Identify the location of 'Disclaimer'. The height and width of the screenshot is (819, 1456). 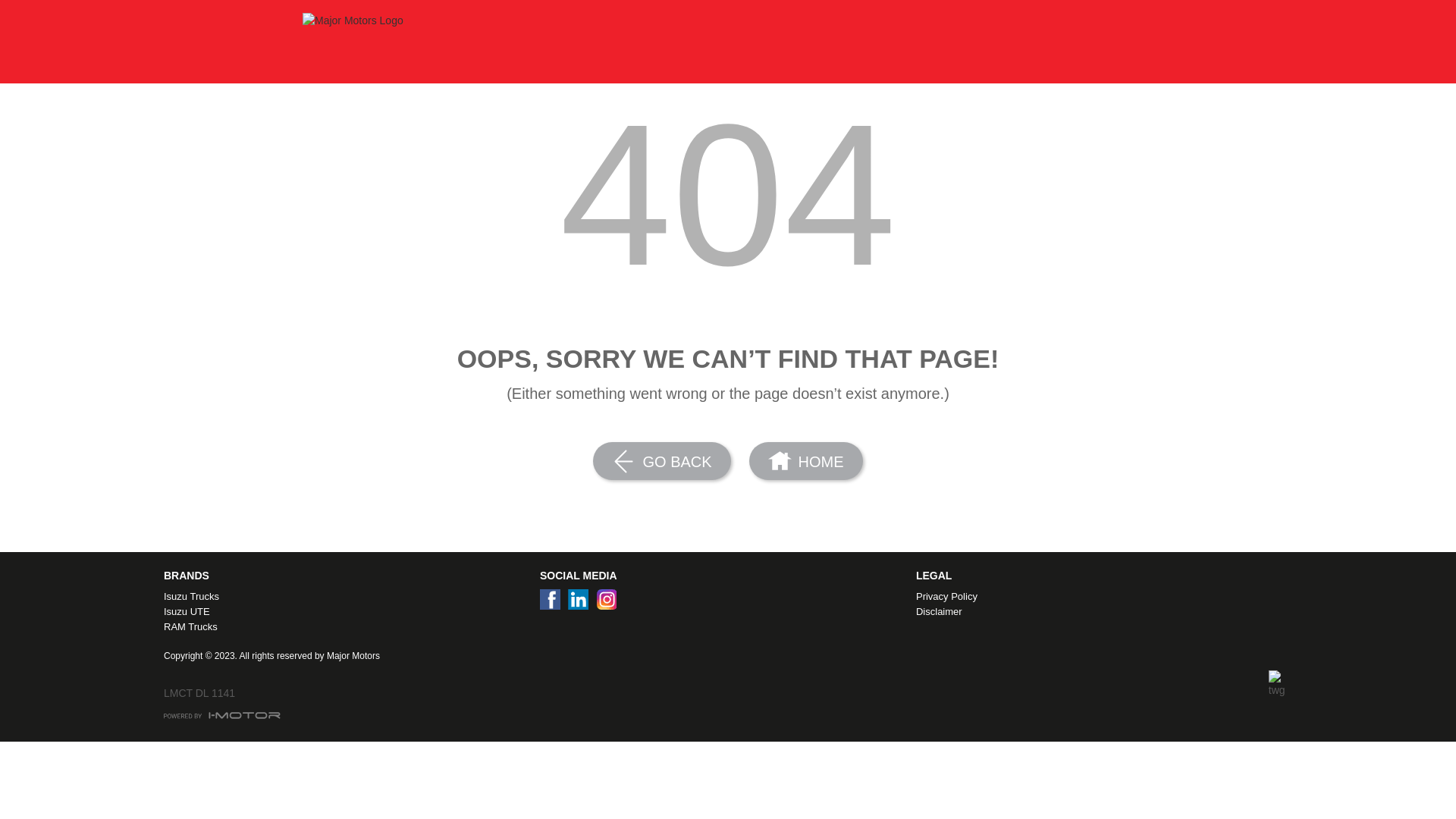
(1100, 610).